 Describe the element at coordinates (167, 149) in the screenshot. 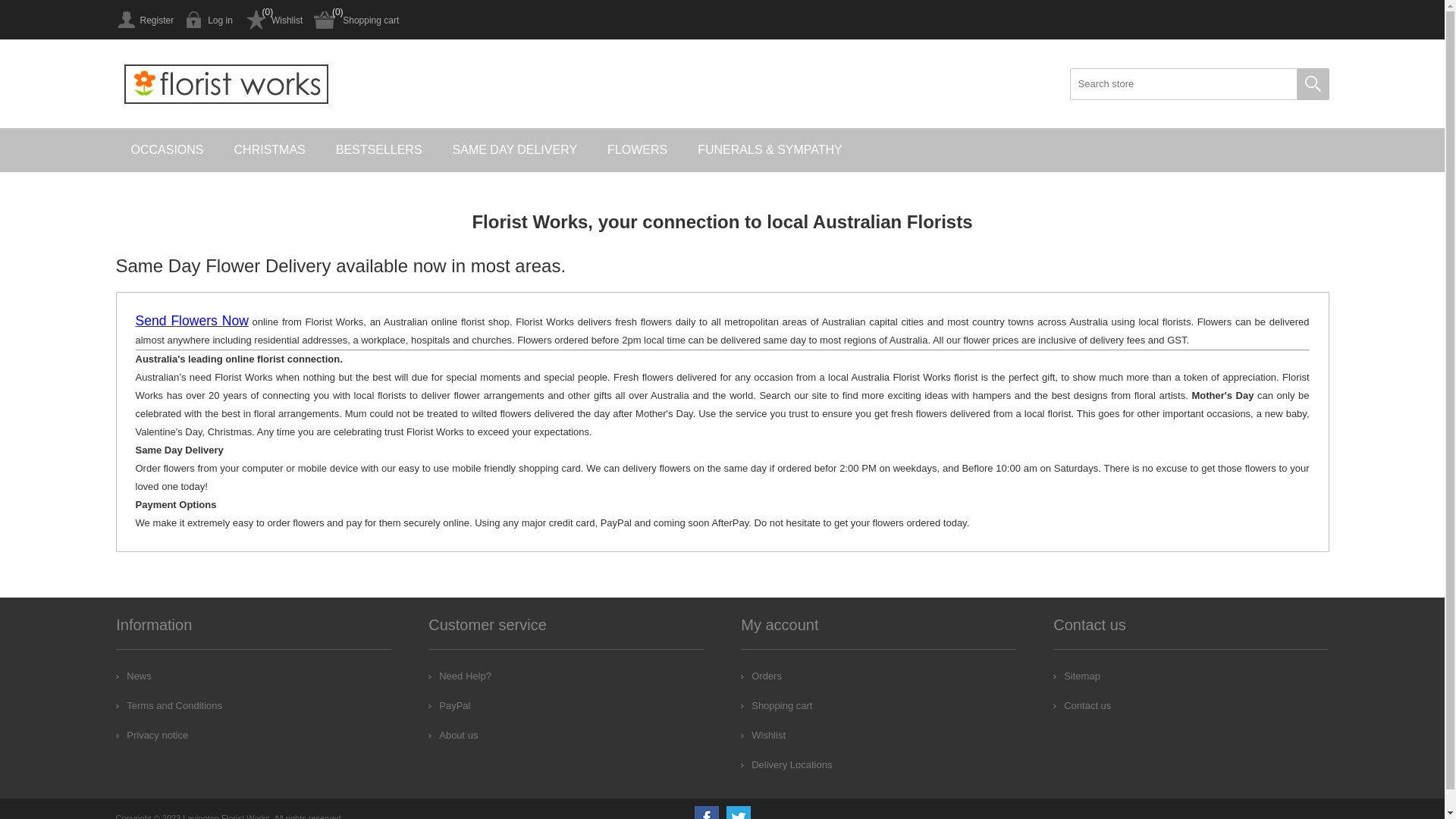

I see `'OCCASIONS'` at that location.